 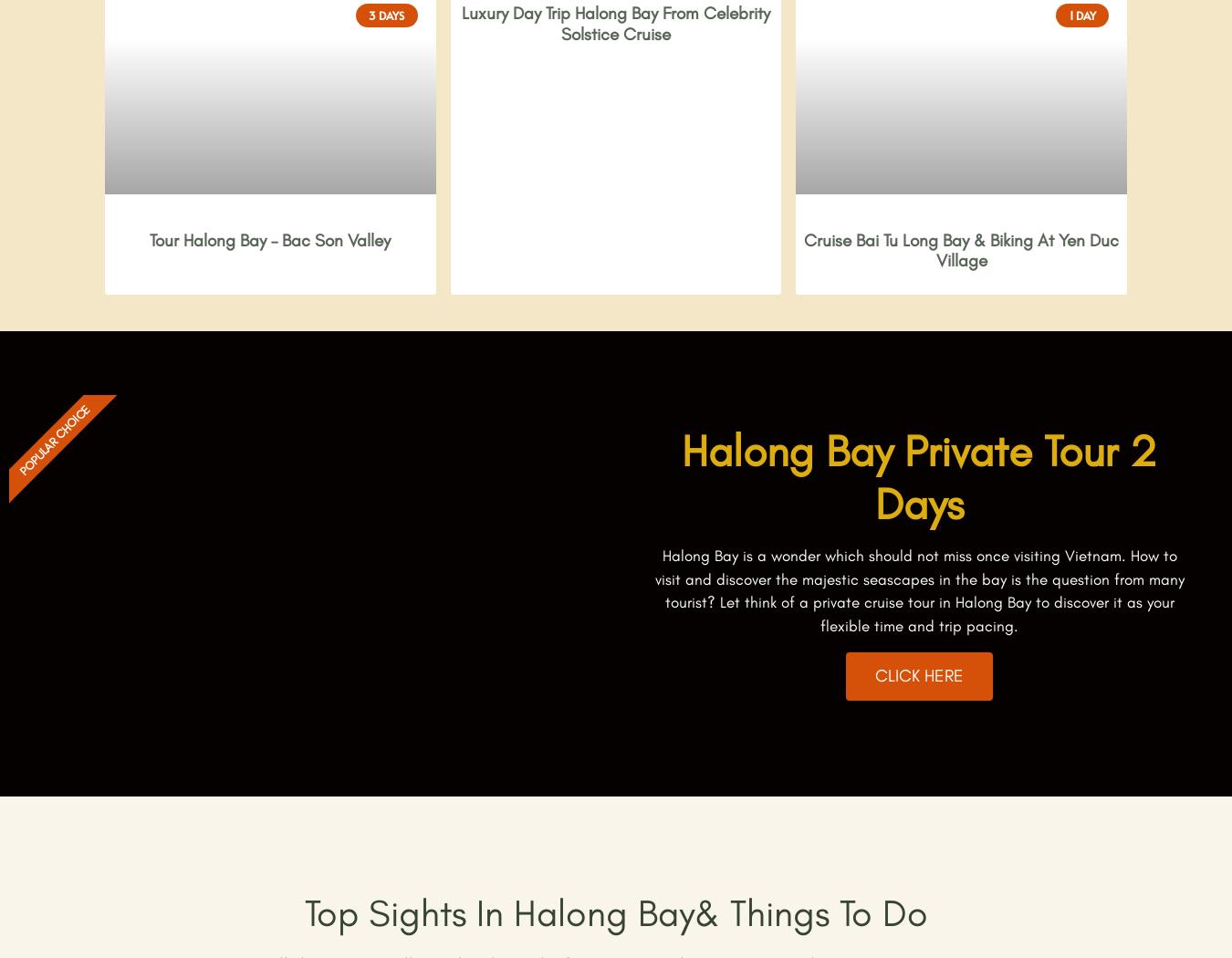 I want to click on 'Tour Halong Bay – Bac Son Valley', so click(x=269, y=239).